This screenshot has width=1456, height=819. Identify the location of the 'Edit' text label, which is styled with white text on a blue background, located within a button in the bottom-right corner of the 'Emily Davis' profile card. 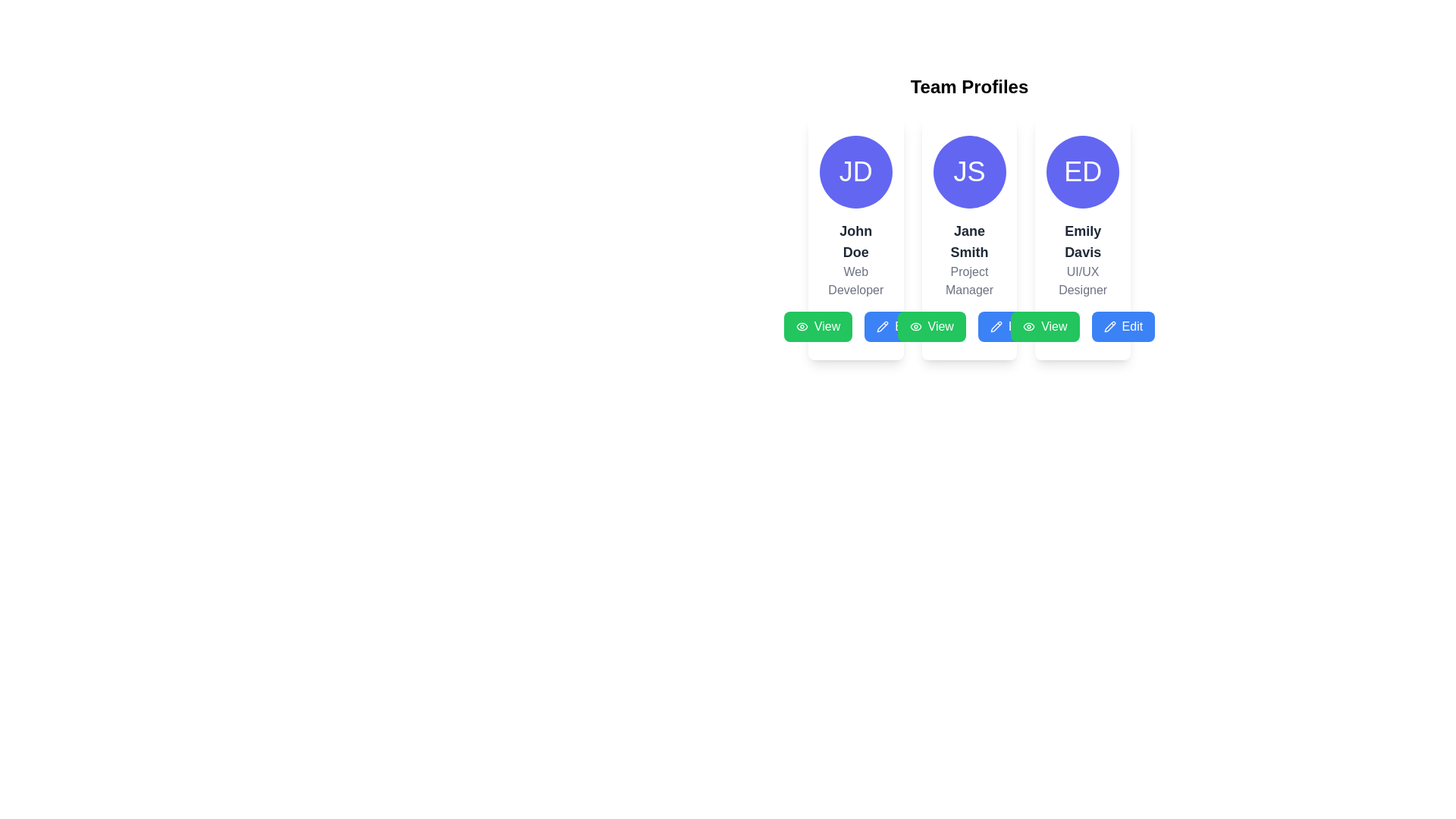
(1018, 326).